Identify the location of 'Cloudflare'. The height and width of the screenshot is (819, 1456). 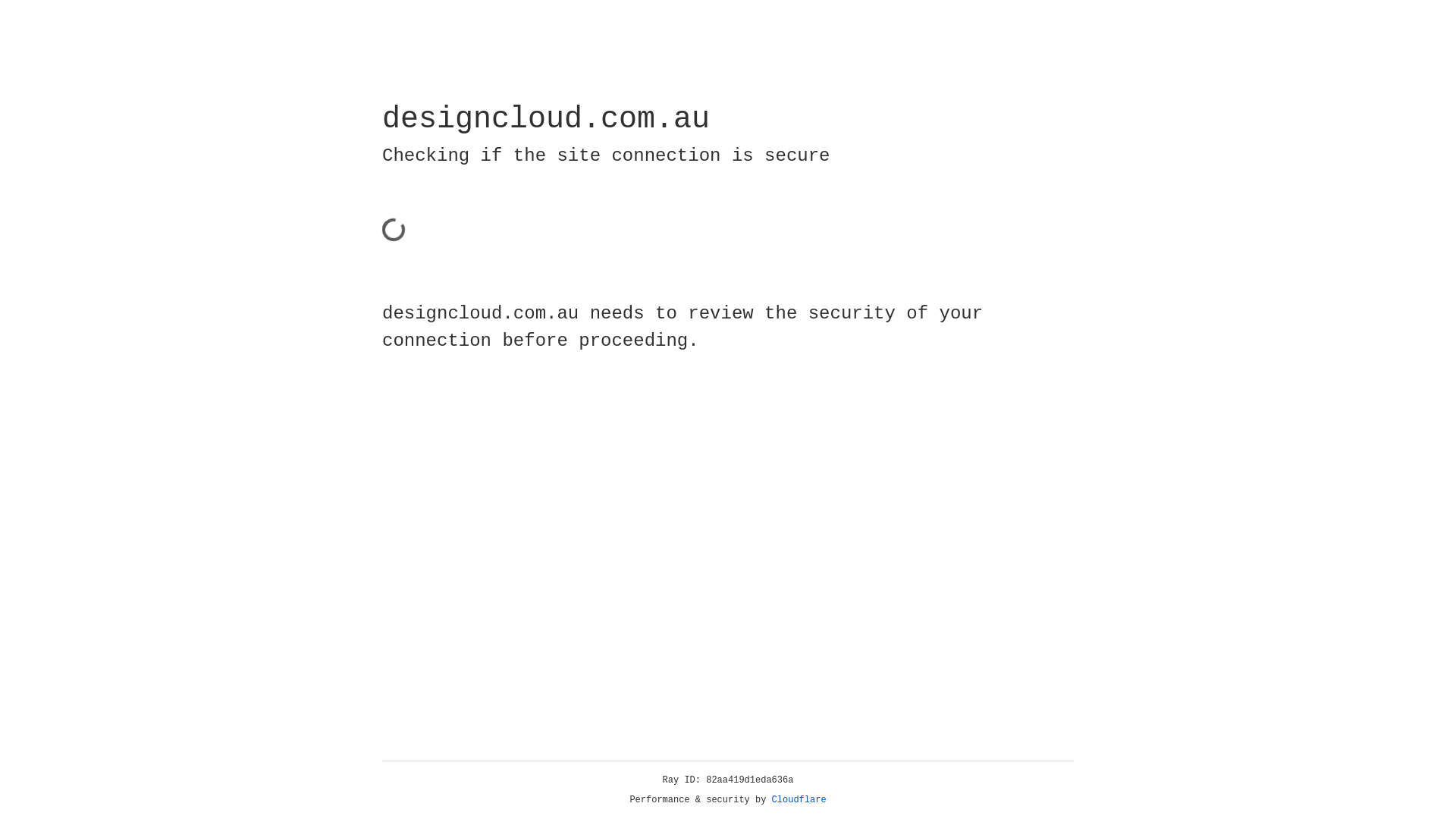
(799, 799).